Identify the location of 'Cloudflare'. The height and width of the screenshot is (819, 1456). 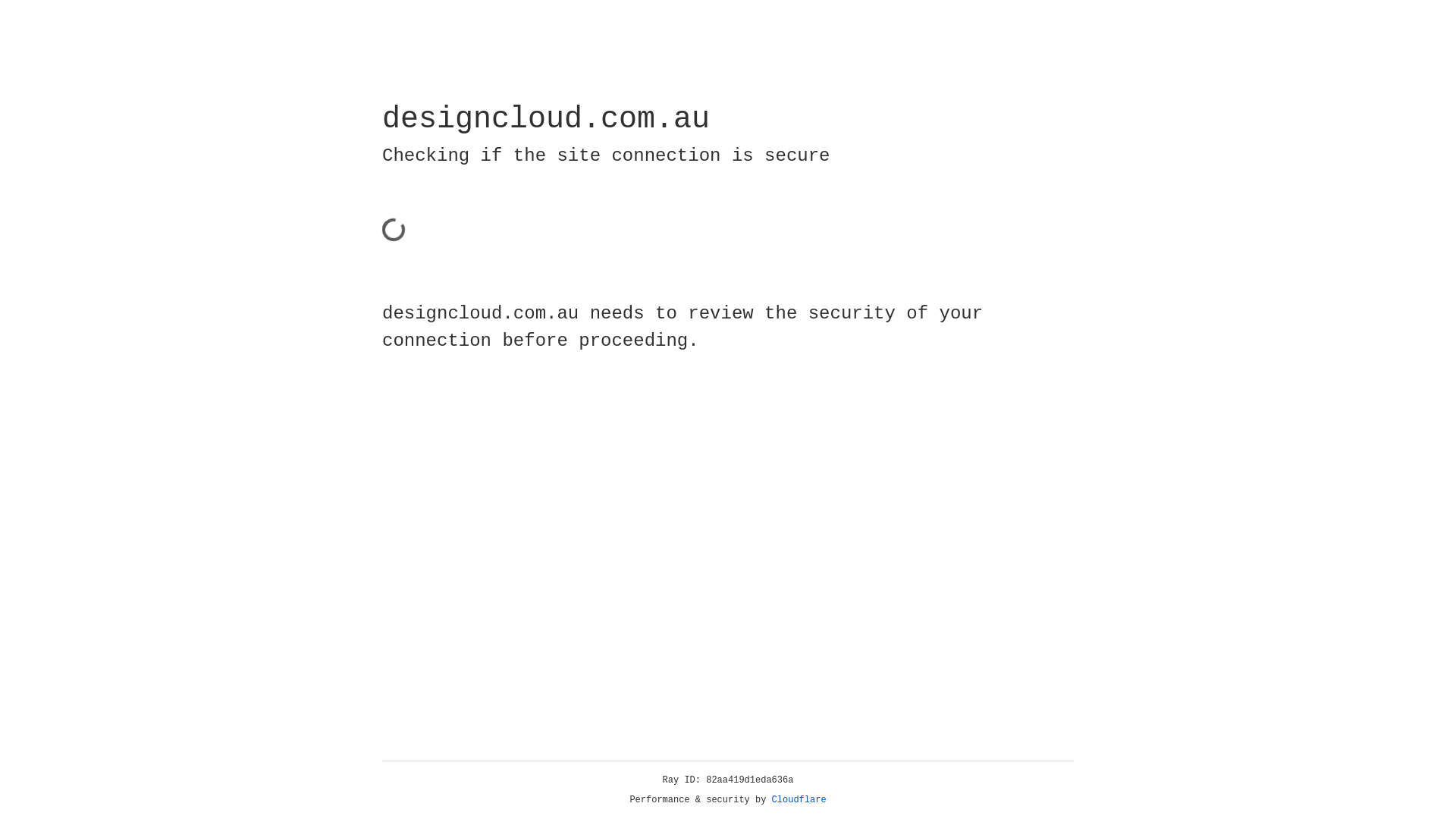
(799, 799).